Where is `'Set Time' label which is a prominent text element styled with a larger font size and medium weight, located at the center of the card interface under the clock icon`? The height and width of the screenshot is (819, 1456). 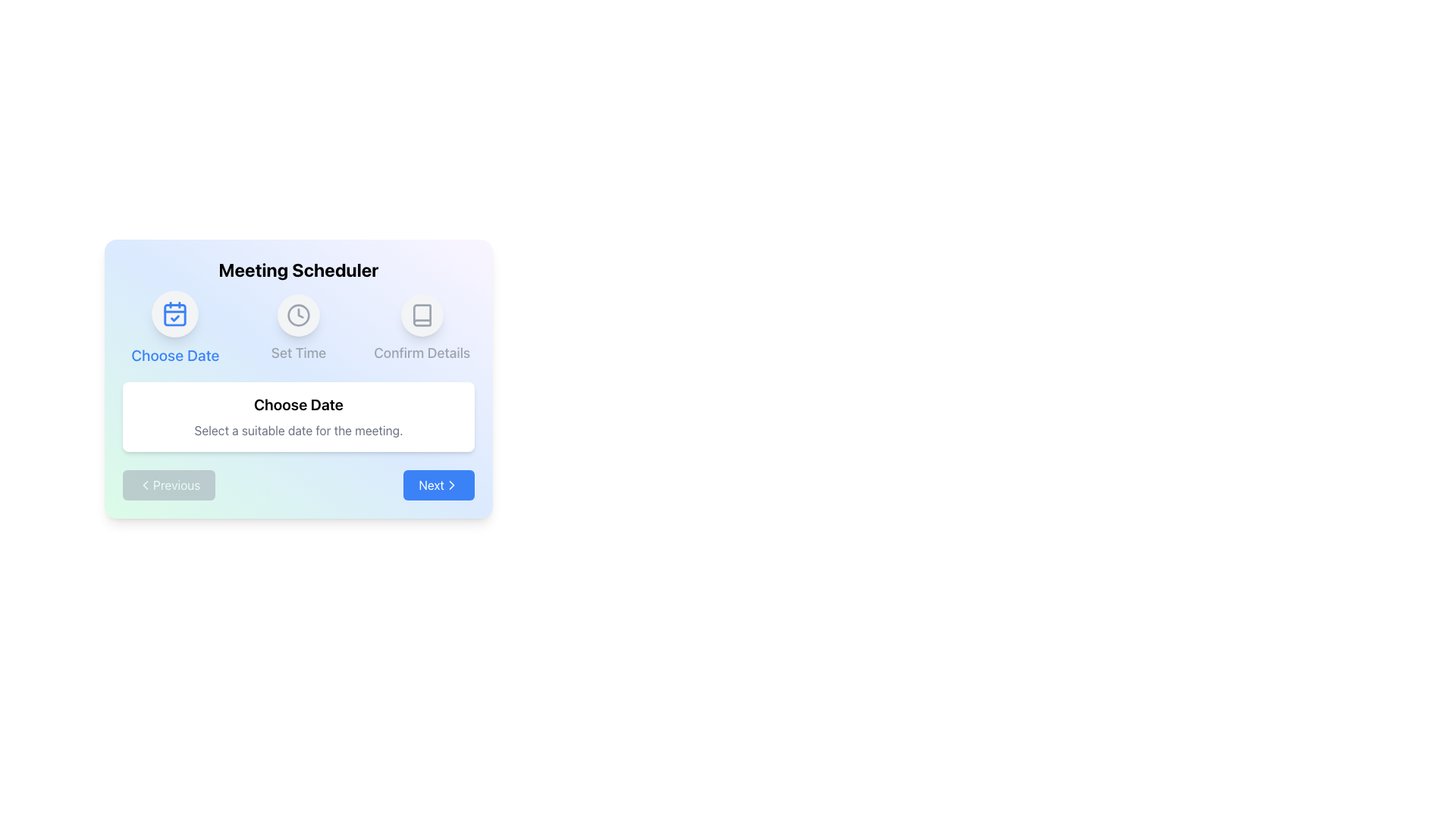
'Set Time' label which is a prominent text element styled with a larger font size and medium weight, located at the center of the card interface under the clock icon is located at coordinates (298, 353).